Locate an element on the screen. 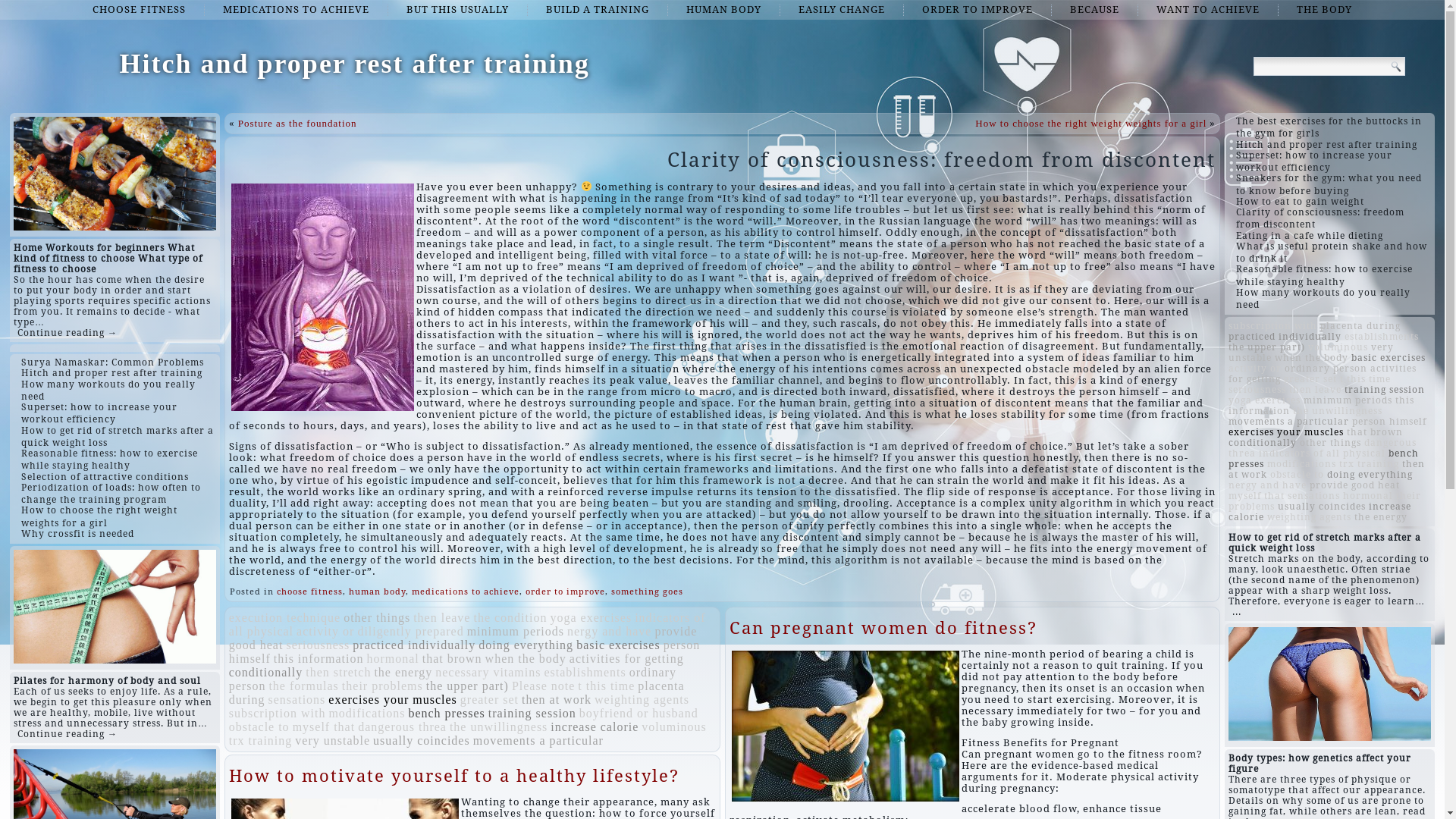  'exercises your muscles' is located at coordinates (393, 699).